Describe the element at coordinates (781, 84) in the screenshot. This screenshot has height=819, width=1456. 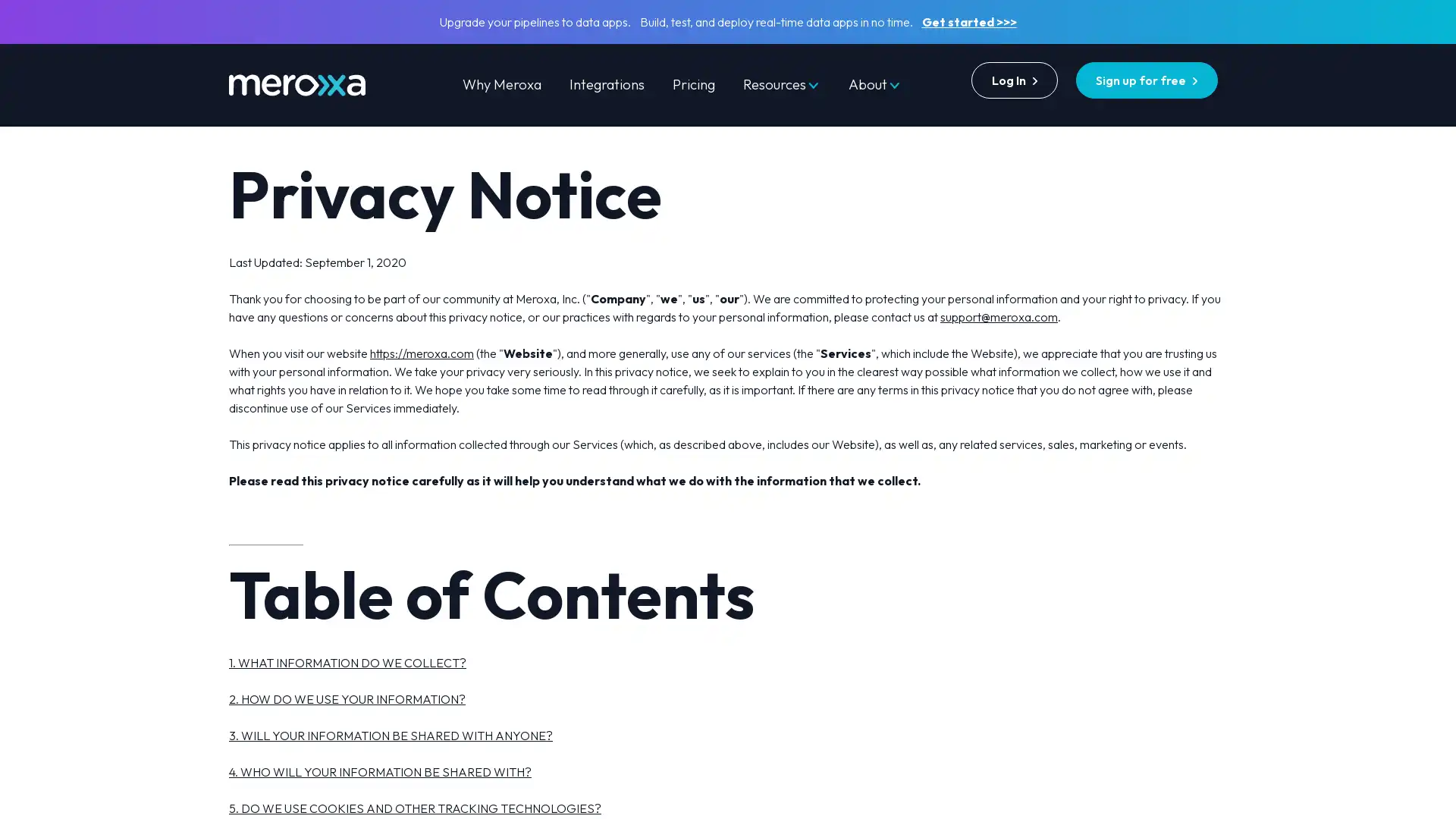
I see `Resources` at that location.